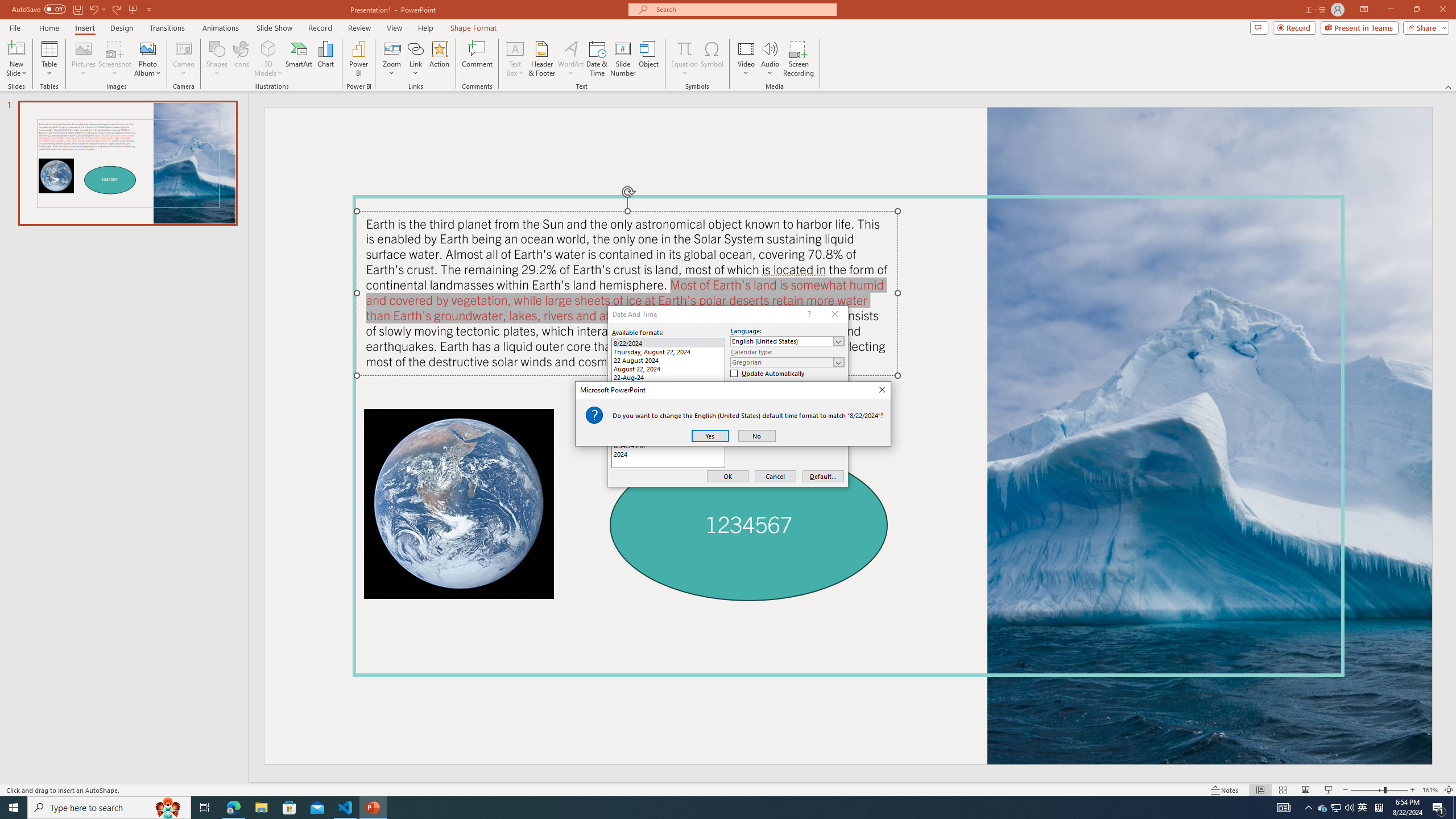 This screenshot has height=819, width=1456. I want to click on 'SmartArt...', so click(299, 59).